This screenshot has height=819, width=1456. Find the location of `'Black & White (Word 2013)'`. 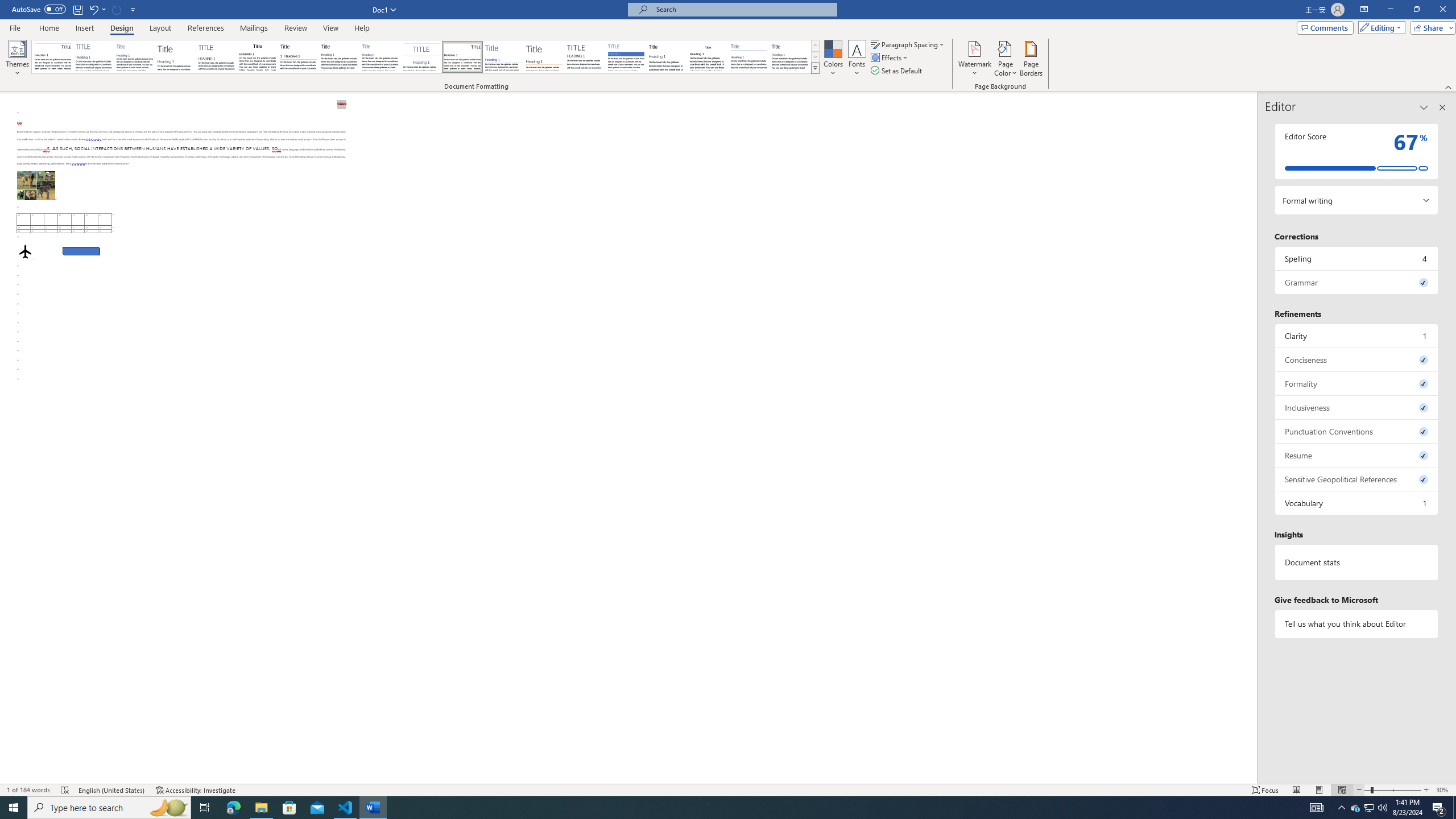

'Black & White (Word 2013)' is located at coordinates (338, 56).